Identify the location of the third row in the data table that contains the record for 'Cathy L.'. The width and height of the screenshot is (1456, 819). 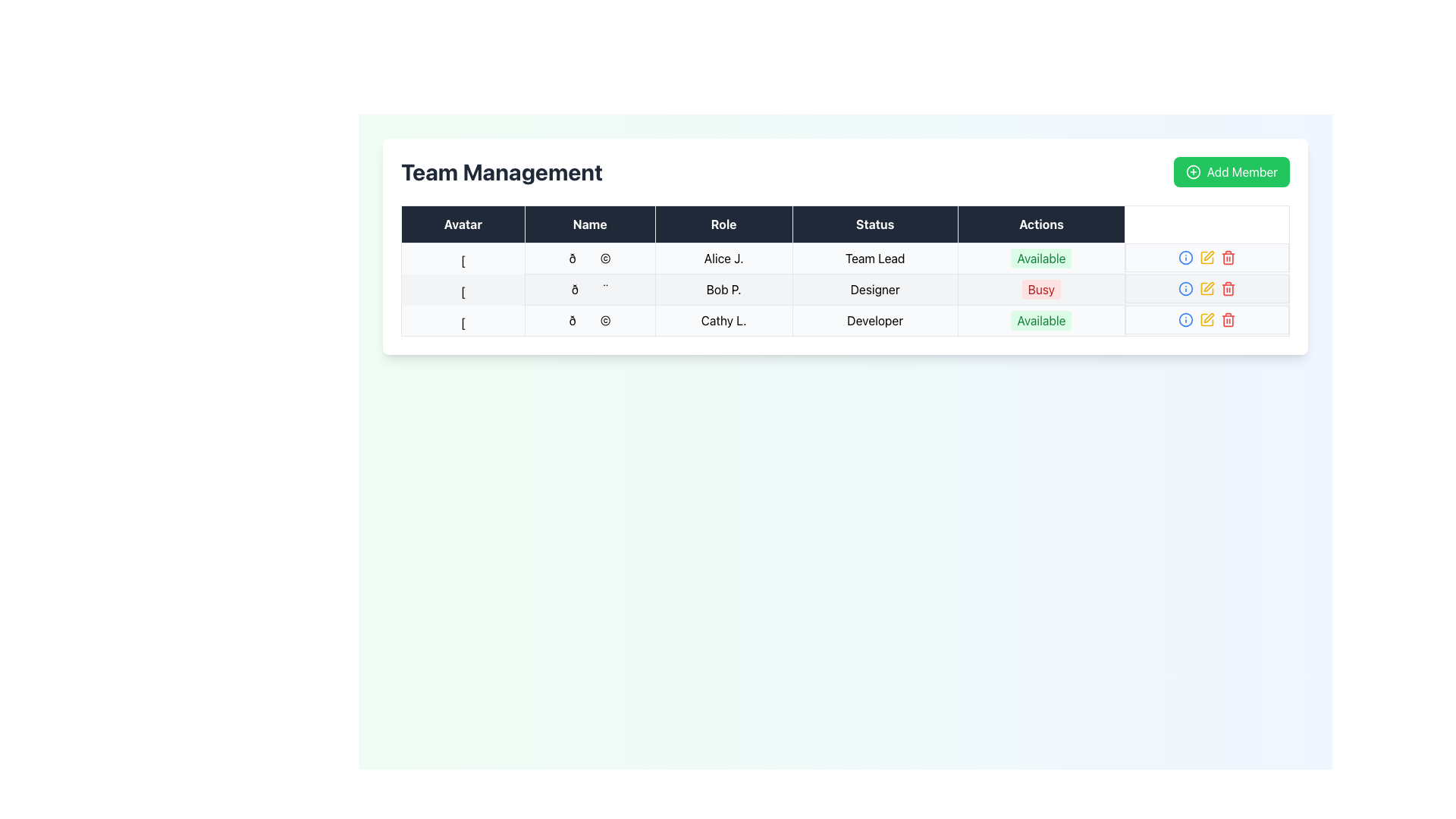
(844, 320).